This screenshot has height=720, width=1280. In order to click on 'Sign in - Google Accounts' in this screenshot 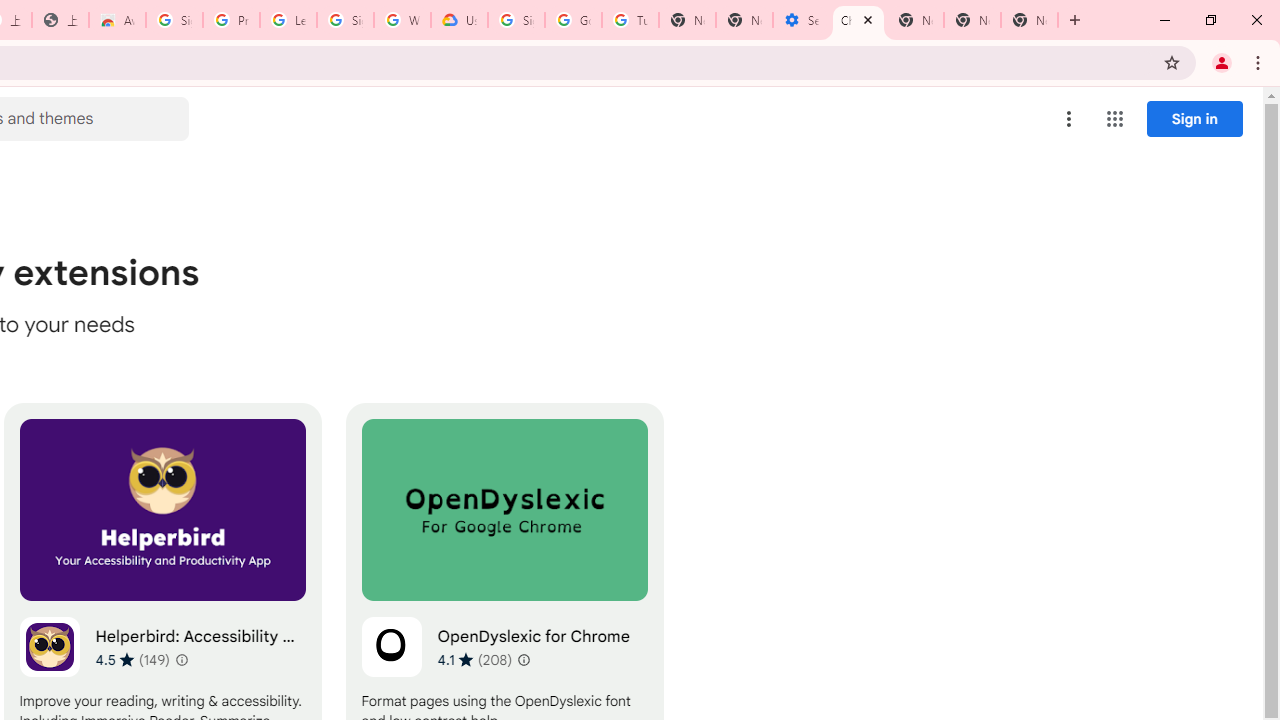, I will do `click(345, 20)`.